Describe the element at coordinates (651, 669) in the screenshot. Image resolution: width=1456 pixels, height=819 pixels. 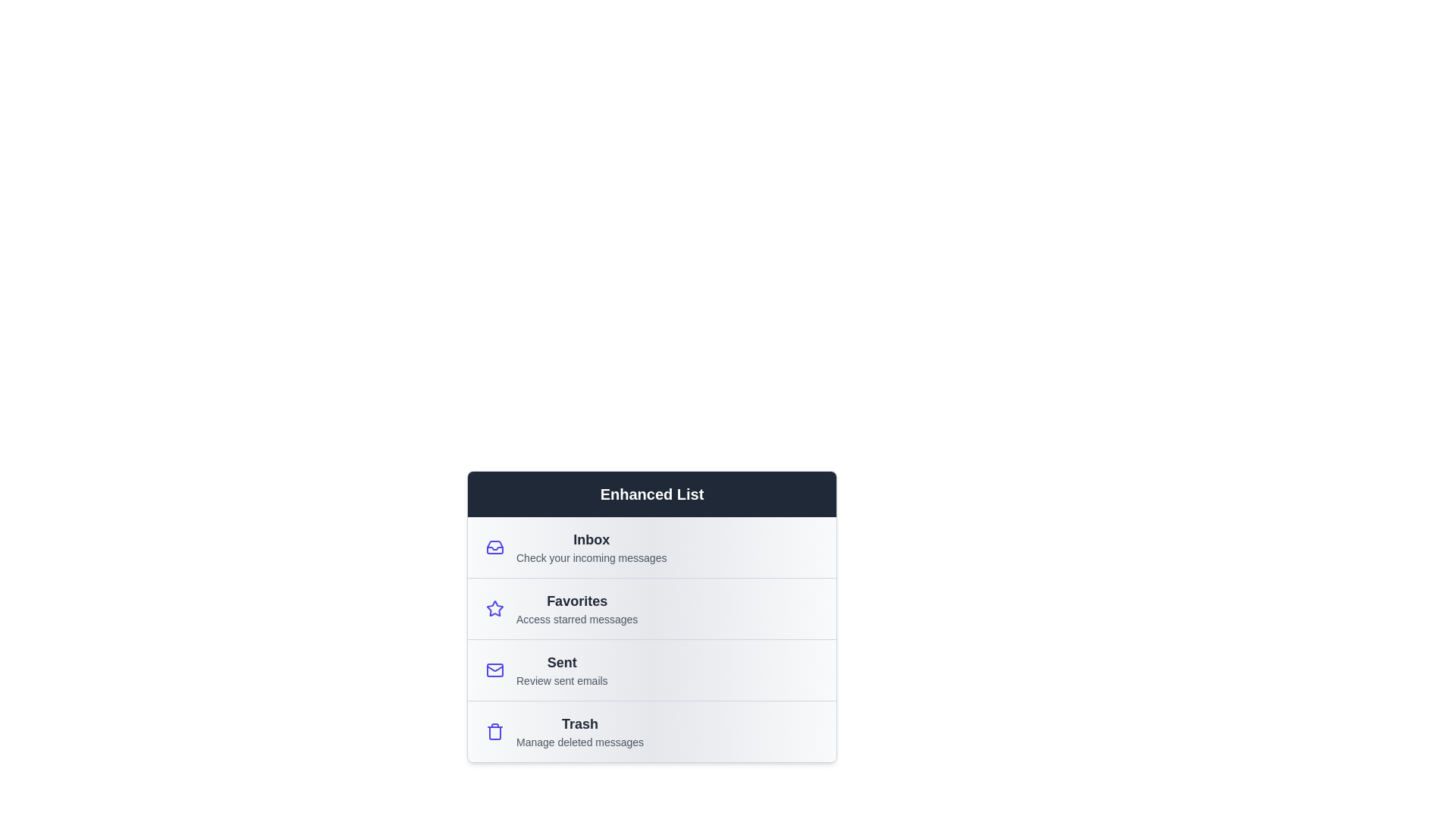
I see `the third item in the vertically aligned list, which is the 'Sent' section` at that location.